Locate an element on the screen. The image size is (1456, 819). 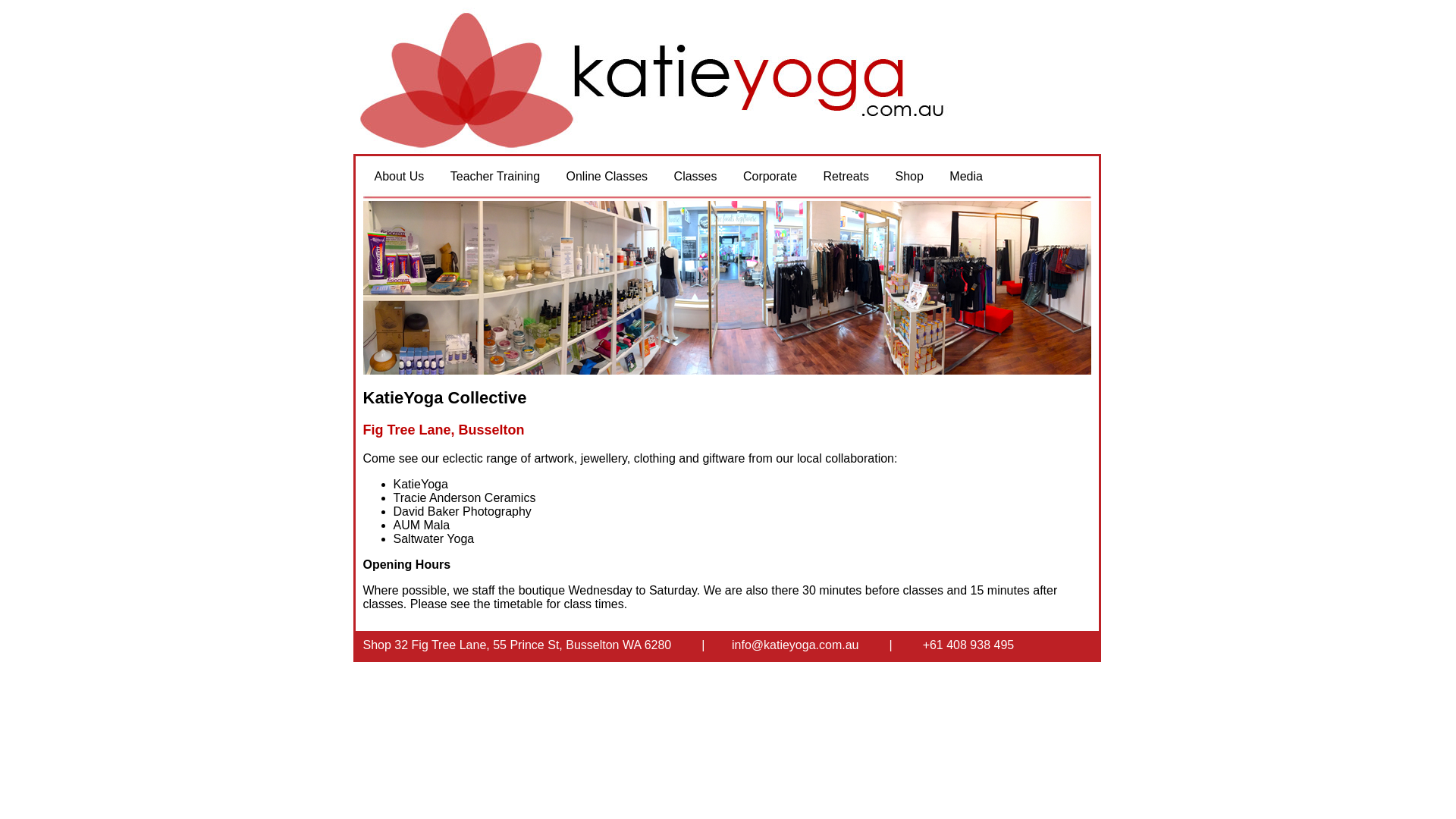
'About Us' is located at coordinates (399, 175).